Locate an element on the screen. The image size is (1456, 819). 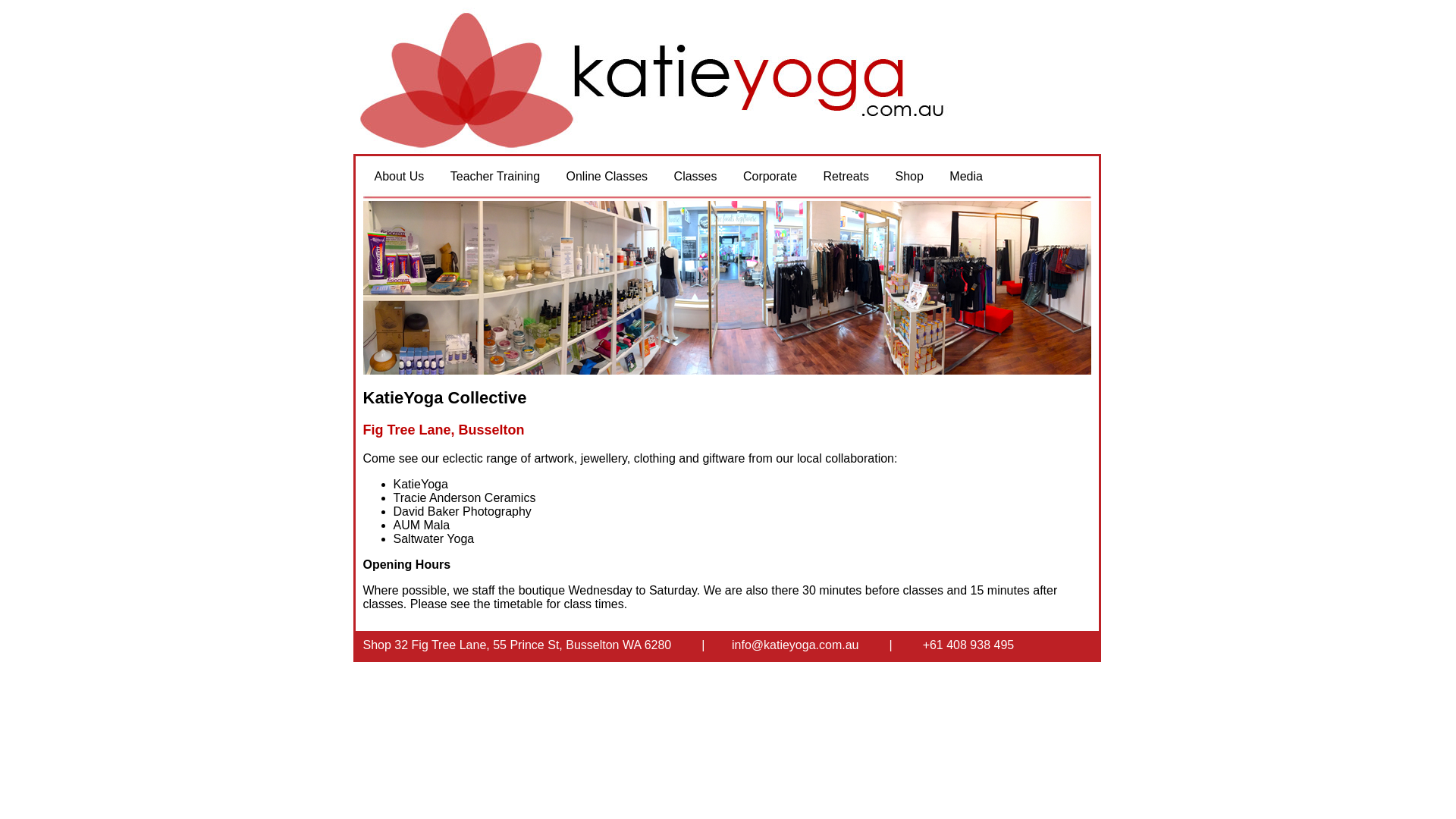
'About Us' is located at coordinates (399, 175).